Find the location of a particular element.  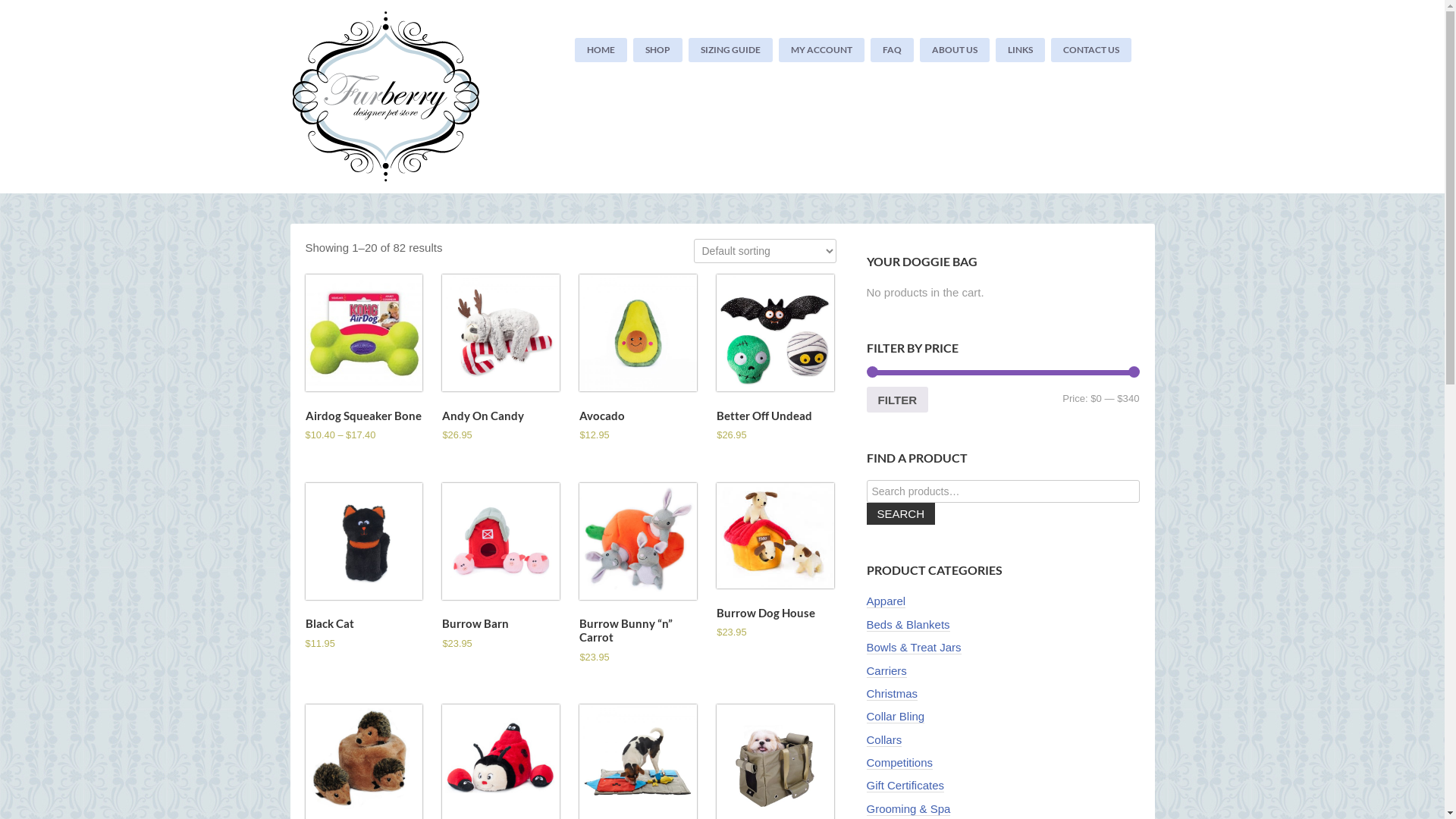

'Carriers' is located at coordinates (886, 670).